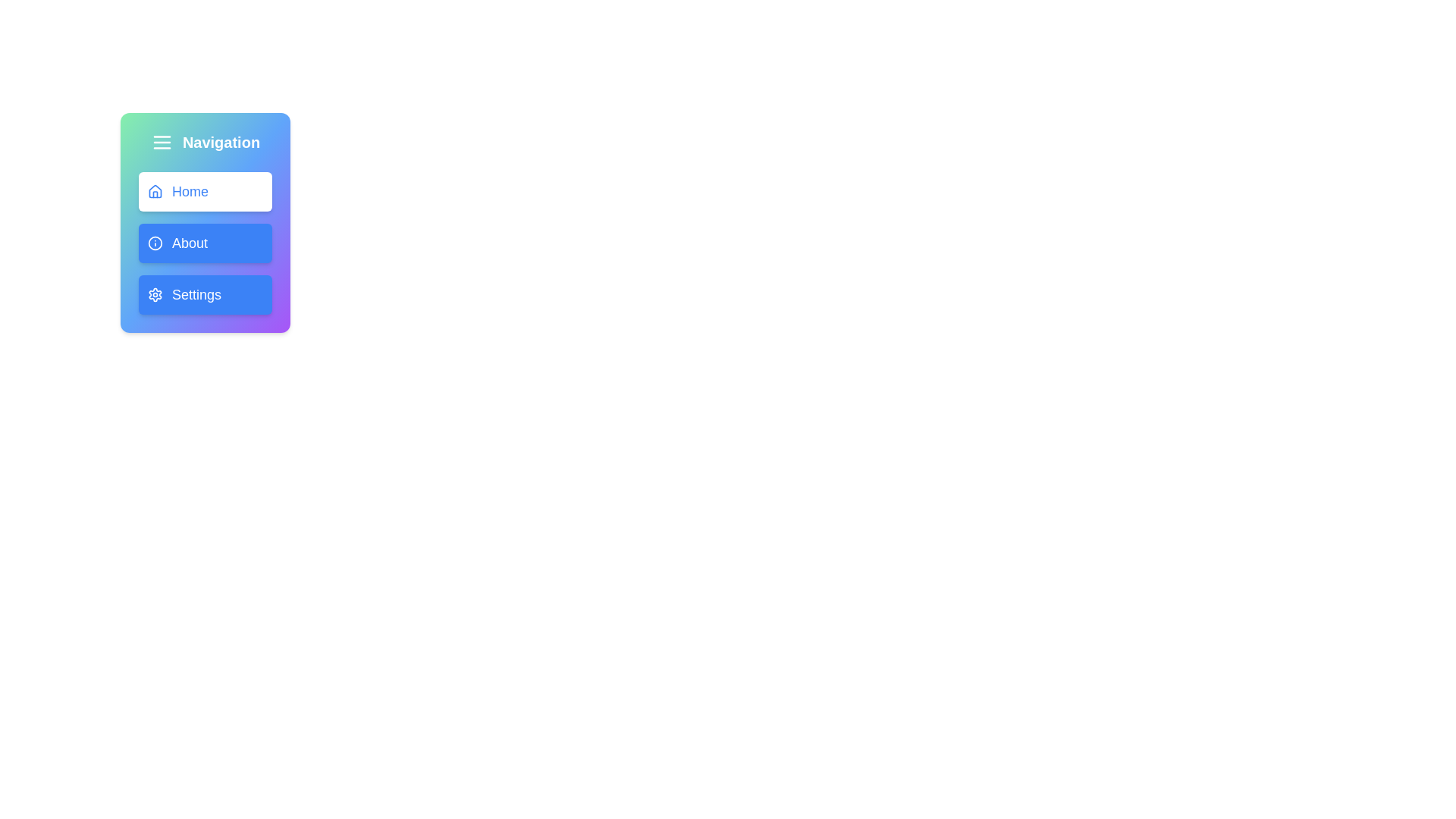 The image size is (1456, 819). Describe the element at coordinates (221, 143) in the screenshot. I see `the Text label that serves as a header for the navigation section, located in the top portion of a vertical sidebar layout next to a horizontal menu icon` at that location.